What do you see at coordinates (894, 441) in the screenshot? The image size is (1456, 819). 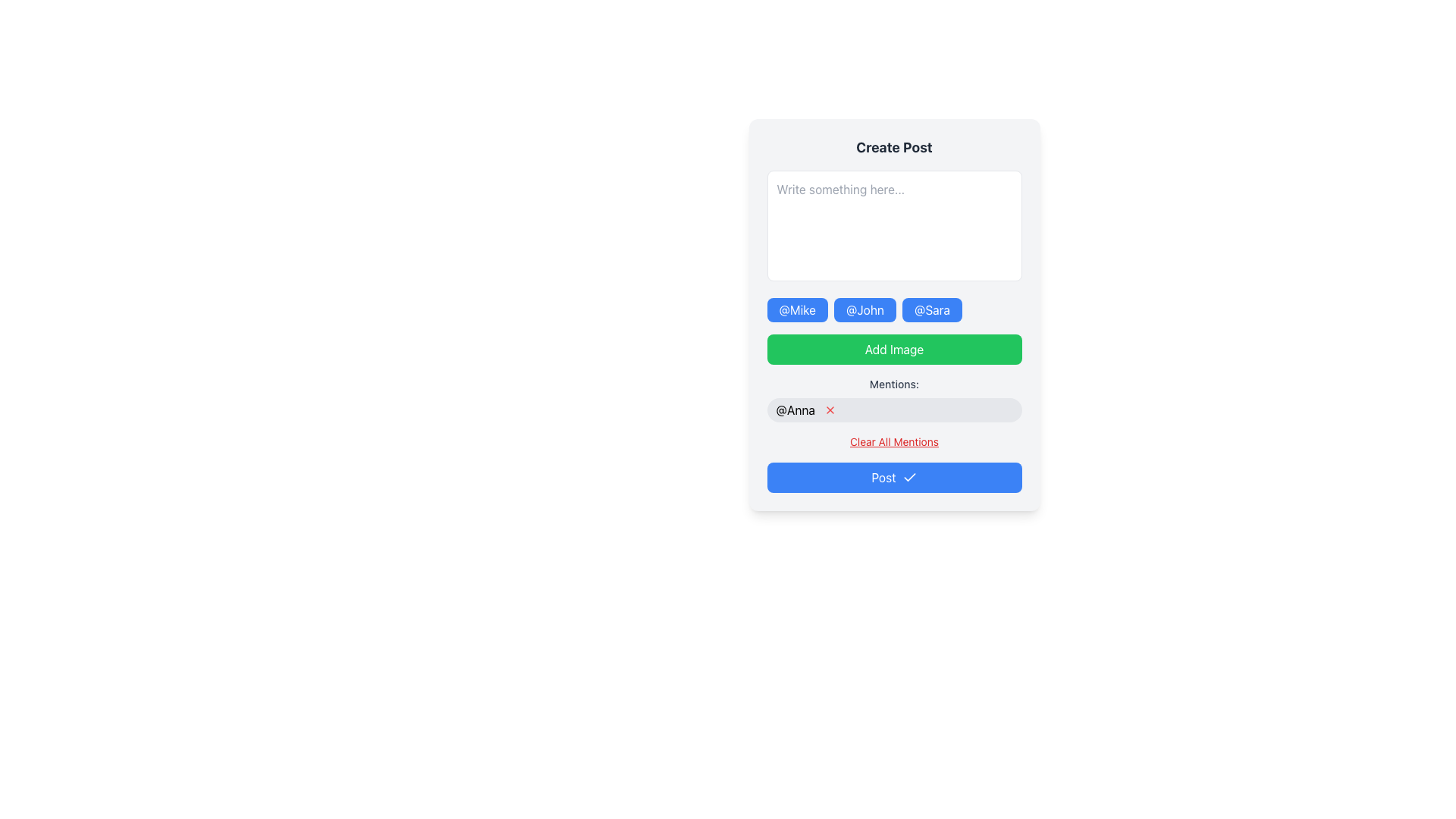 I see `the 'Clear All Mentions' text link, which is styled in red, underlined, and located below the '@Anna' mention` at bounding box center [894, 441].